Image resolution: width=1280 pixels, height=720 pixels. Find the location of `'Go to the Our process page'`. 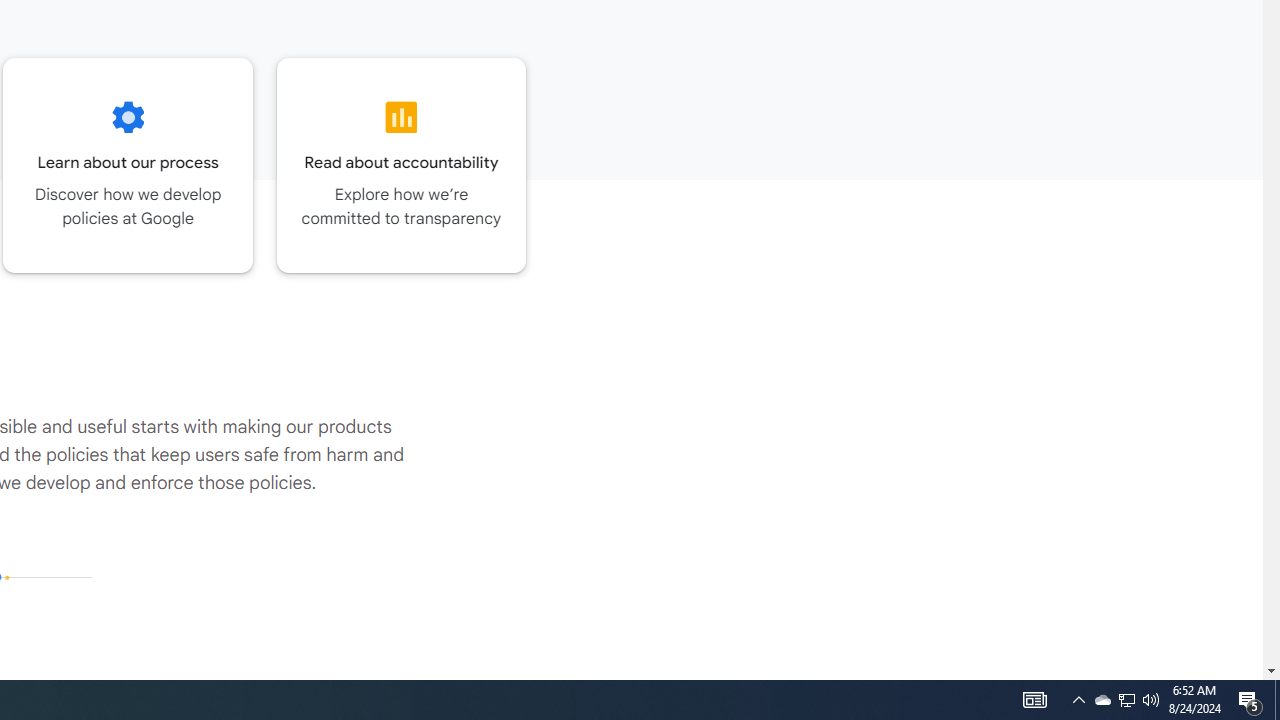

'Go to the Our process page' is located at coordinates (127, 164).